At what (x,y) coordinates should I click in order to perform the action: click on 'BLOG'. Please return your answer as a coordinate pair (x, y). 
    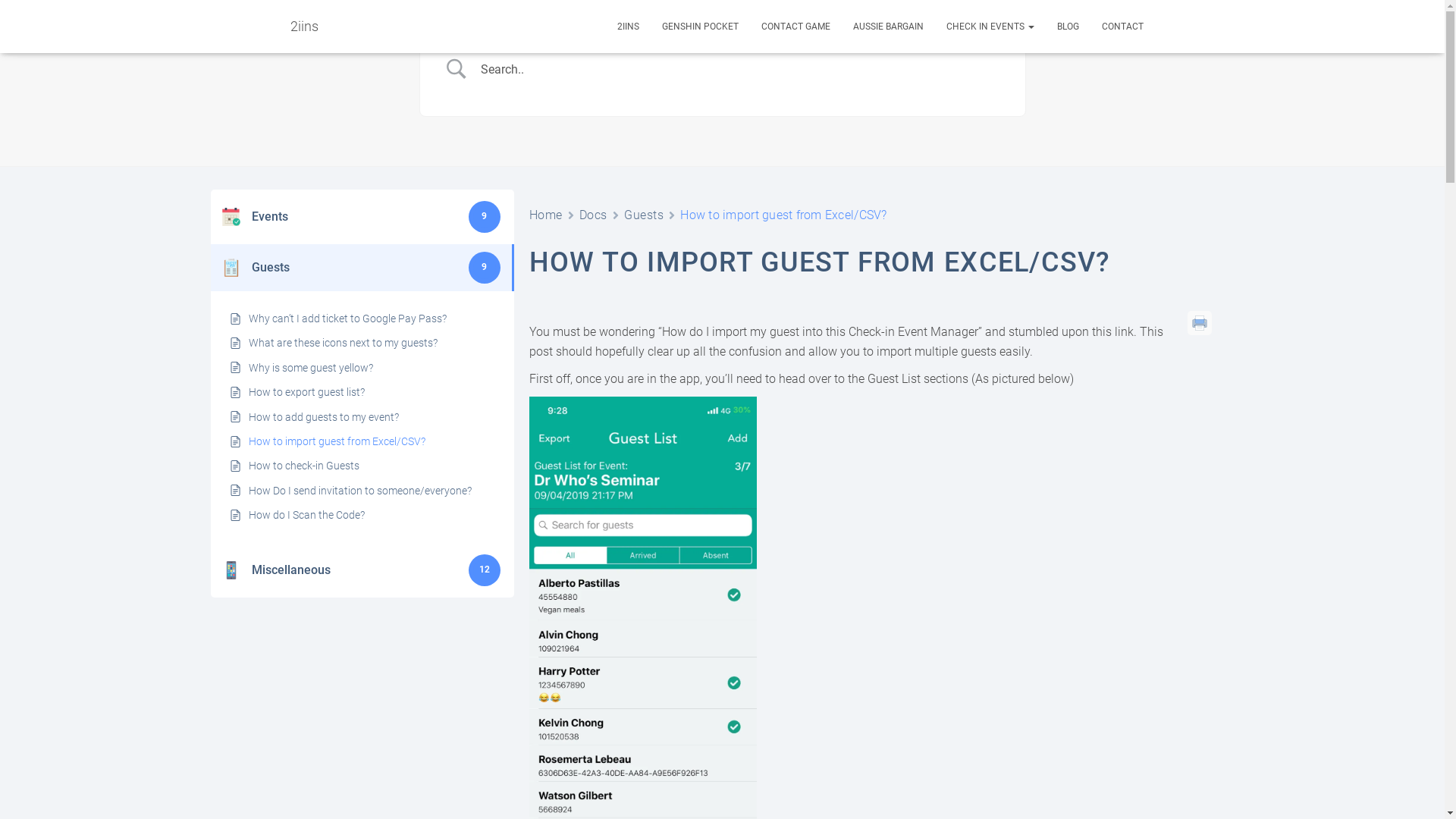
    Looking at the image, I should click on (1066, 26).